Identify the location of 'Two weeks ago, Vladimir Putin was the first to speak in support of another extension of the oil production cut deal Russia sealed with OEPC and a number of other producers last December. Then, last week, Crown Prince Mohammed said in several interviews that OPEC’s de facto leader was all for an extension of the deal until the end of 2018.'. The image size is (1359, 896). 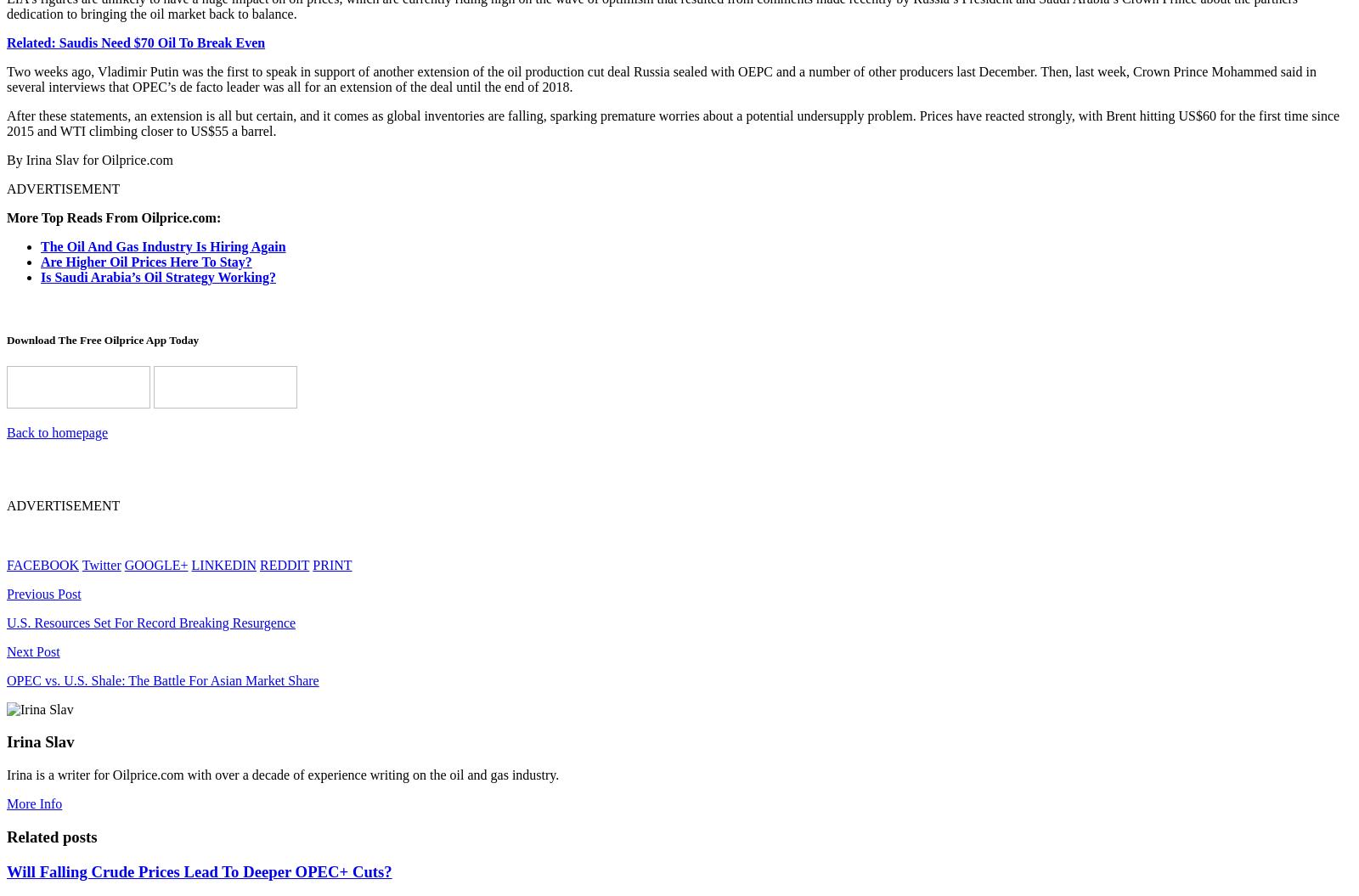
(661, 78).